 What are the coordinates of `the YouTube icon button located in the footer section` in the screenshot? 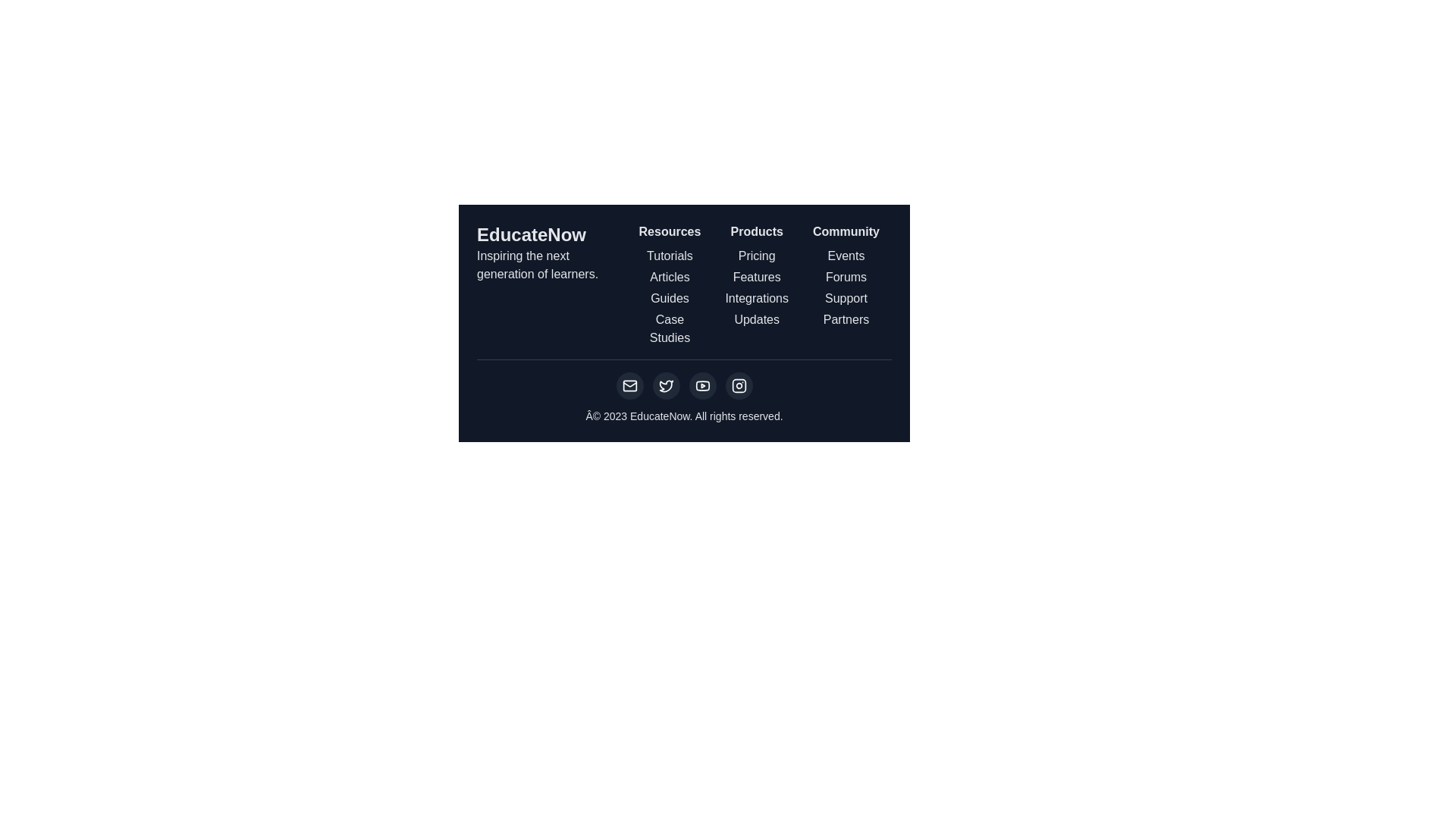 It's located at (701, 385).